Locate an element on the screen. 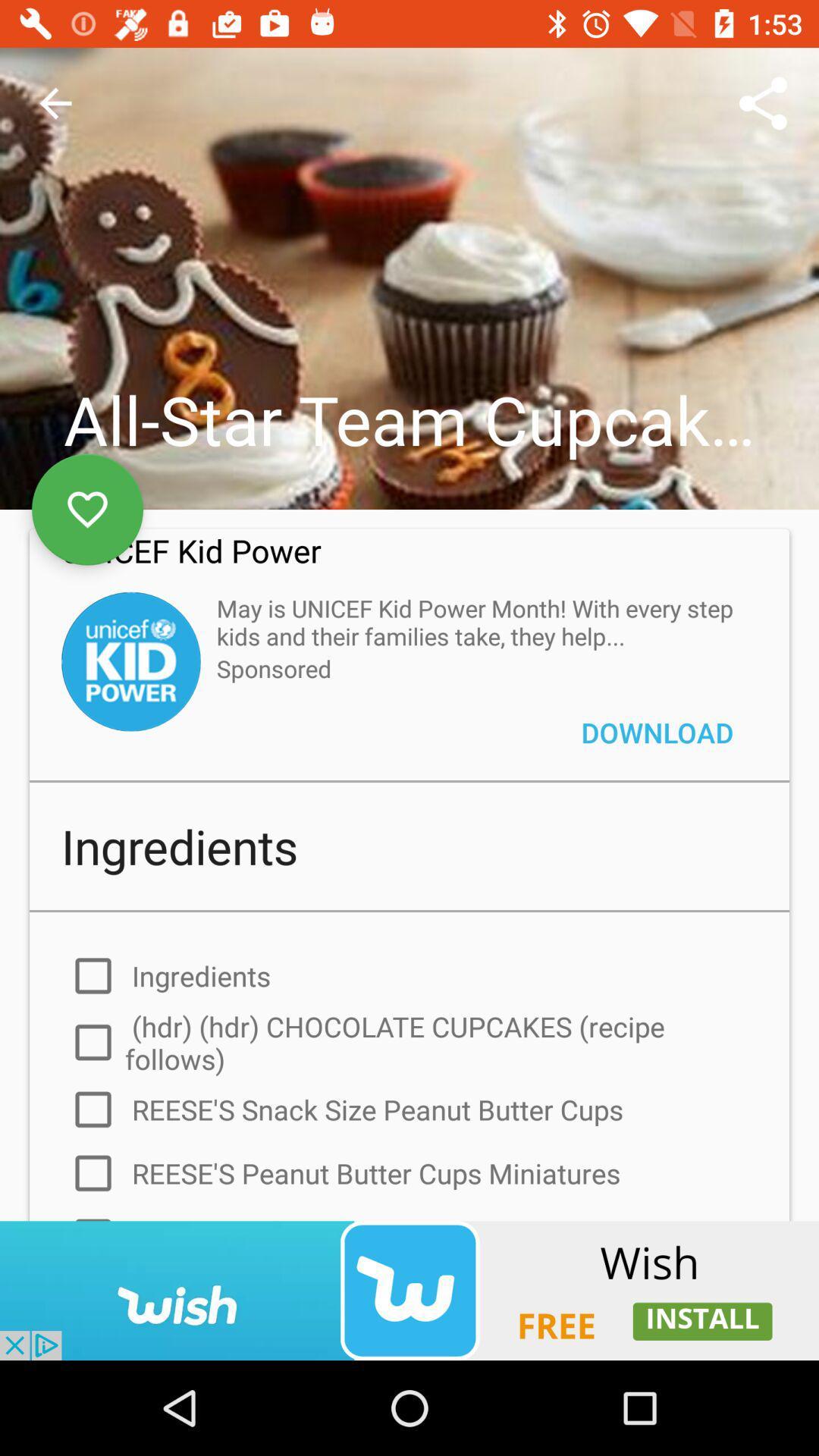 The width and height of the screenshot is (819, 1456). wishlist is located at coordinates (87, 510).